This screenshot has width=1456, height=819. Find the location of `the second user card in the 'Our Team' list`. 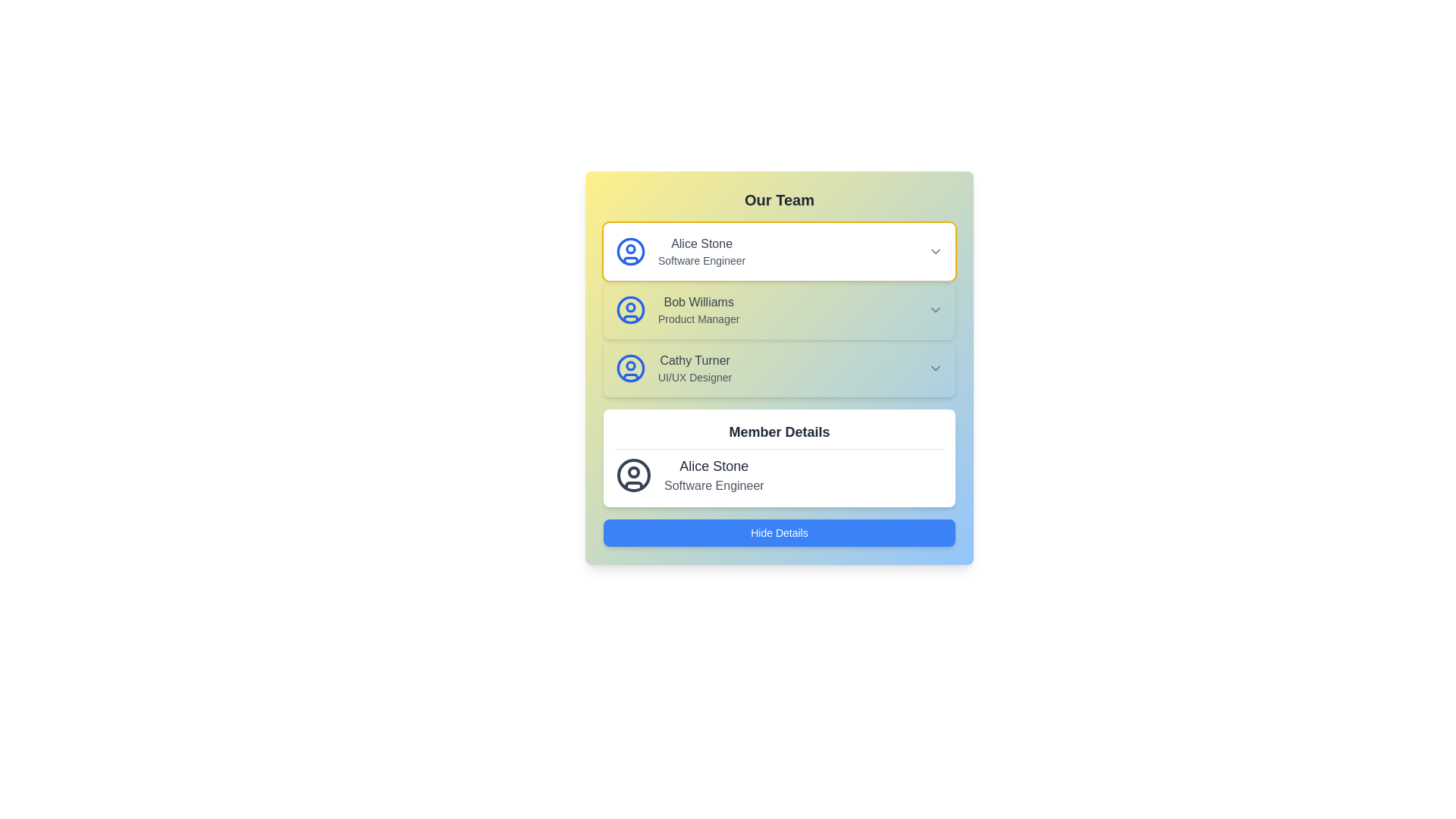

the second user card in the 'Our Team' list is located at coordinates (779, 309).